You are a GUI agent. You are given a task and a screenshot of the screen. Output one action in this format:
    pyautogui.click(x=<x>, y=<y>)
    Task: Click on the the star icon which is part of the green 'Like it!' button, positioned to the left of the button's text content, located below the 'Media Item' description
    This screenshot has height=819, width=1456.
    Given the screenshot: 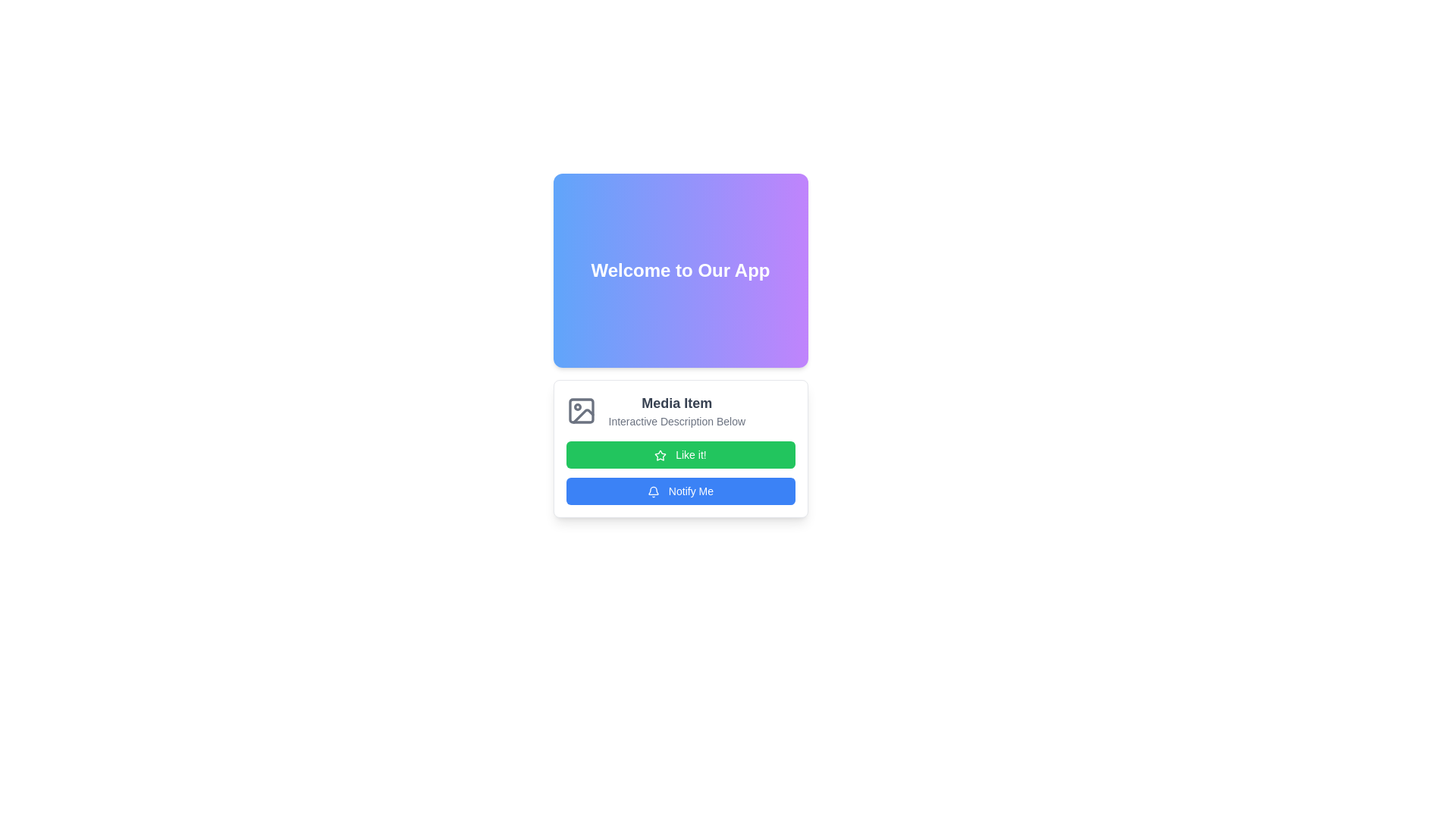 What is the action you would take?
    pyautogui.click(x=661, y=455)
    